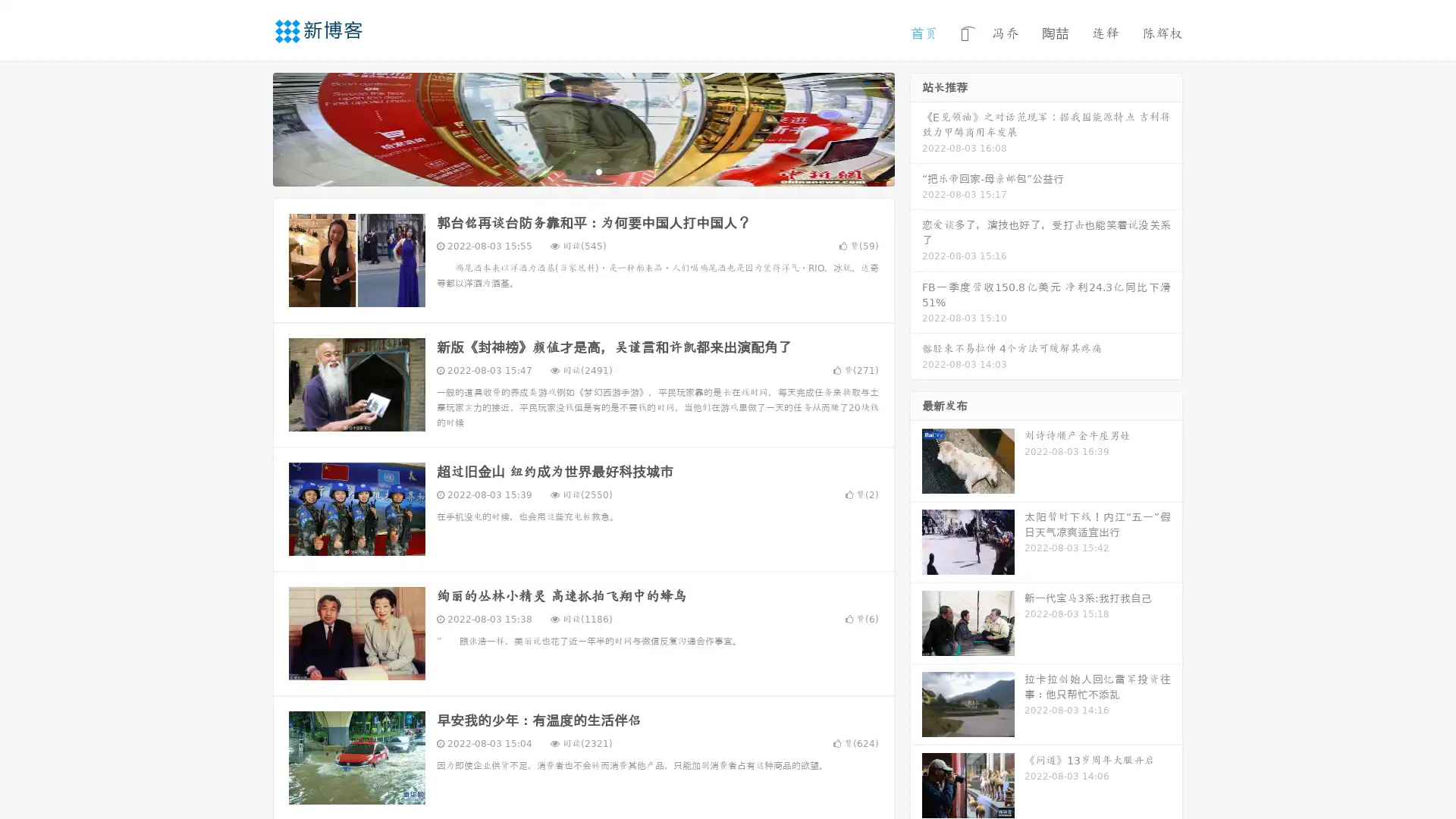  Describe the element at coordinates (567, 171) in the screenshot. I see `Go to slide 1` at that location.